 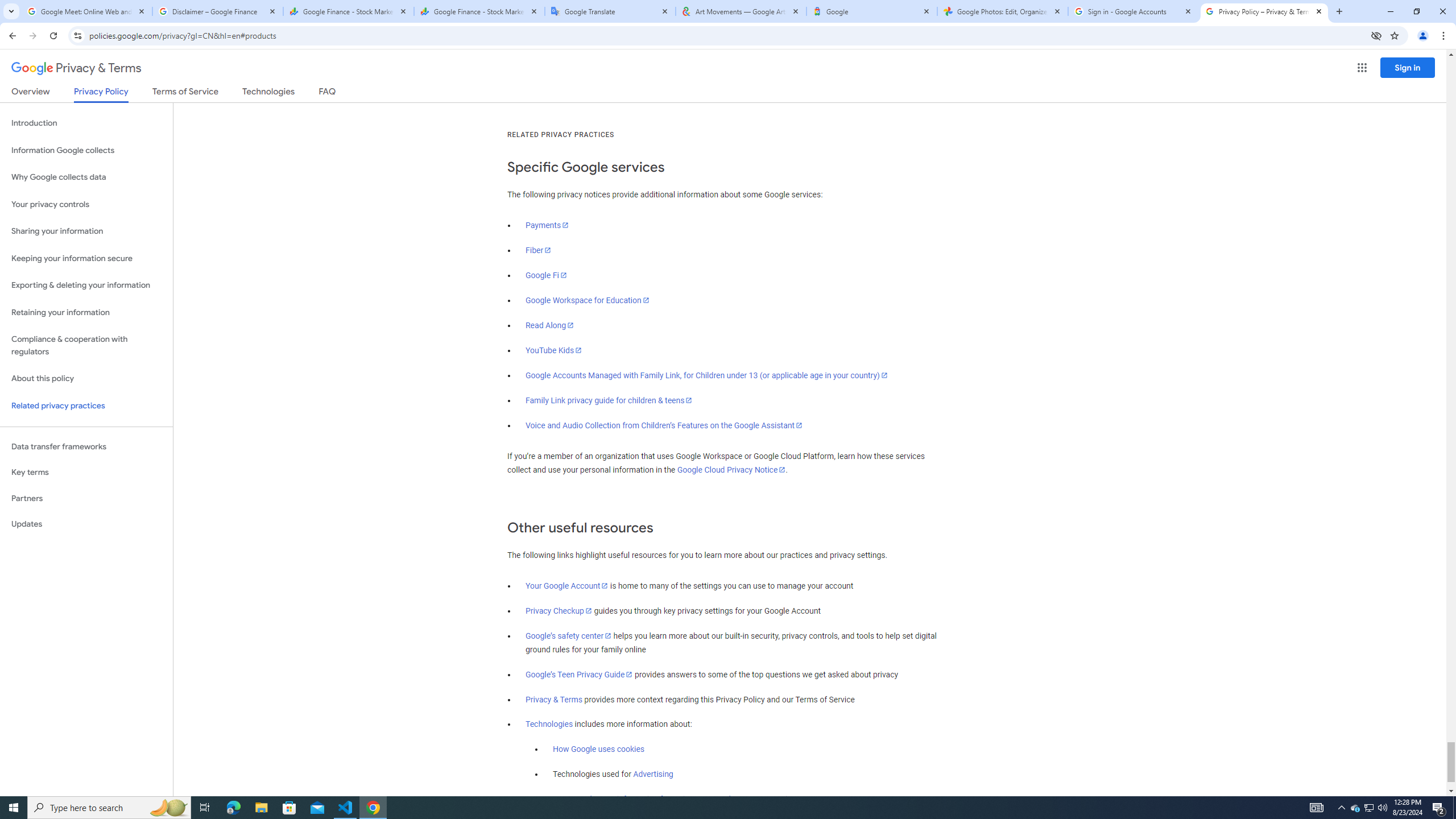 What do you see at coordinates (586, 299) in the screenshot?
I see `'Google Workspace for Education'` at bounding box center [586, 299].